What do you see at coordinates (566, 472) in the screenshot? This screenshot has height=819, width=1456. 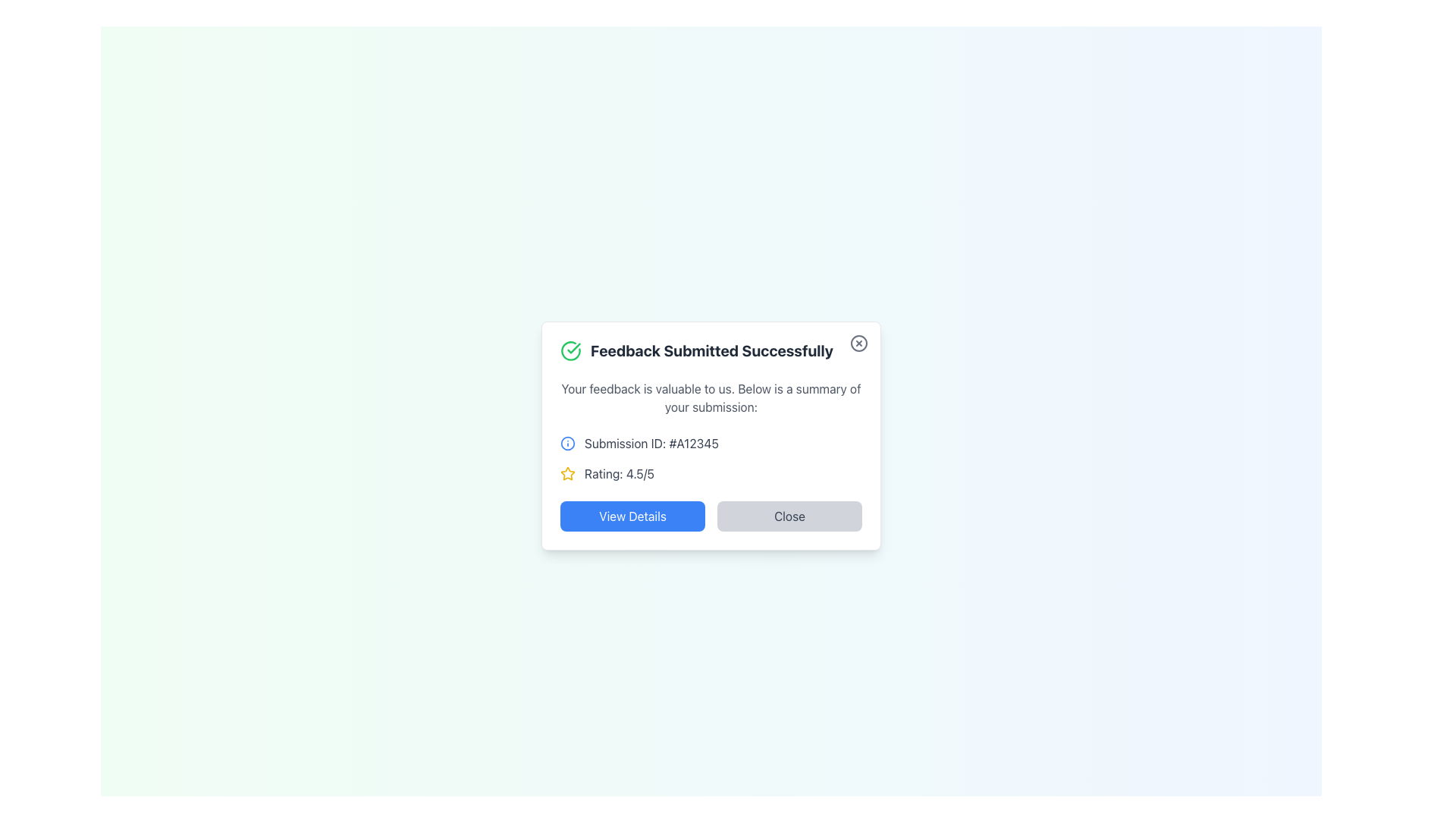 I see `the star-shaped icon used for rating, located in the rating summary section before the text 'Rating: 4.5/5'` at bounding box center [566, 472].